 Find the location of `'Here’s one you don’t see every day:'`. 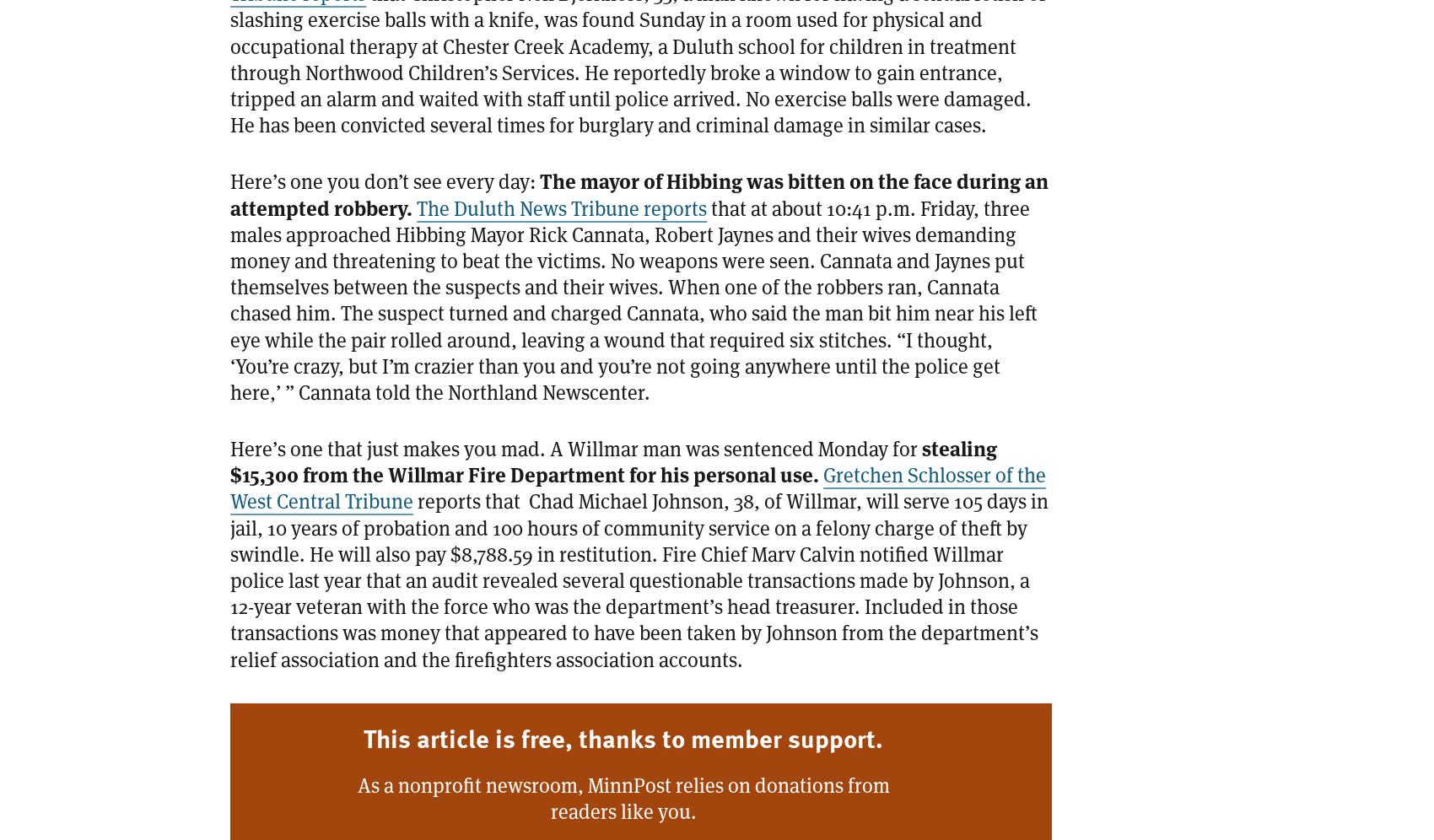

'Here’s one you don’t see every day:' is located at coordinates (385, 180).